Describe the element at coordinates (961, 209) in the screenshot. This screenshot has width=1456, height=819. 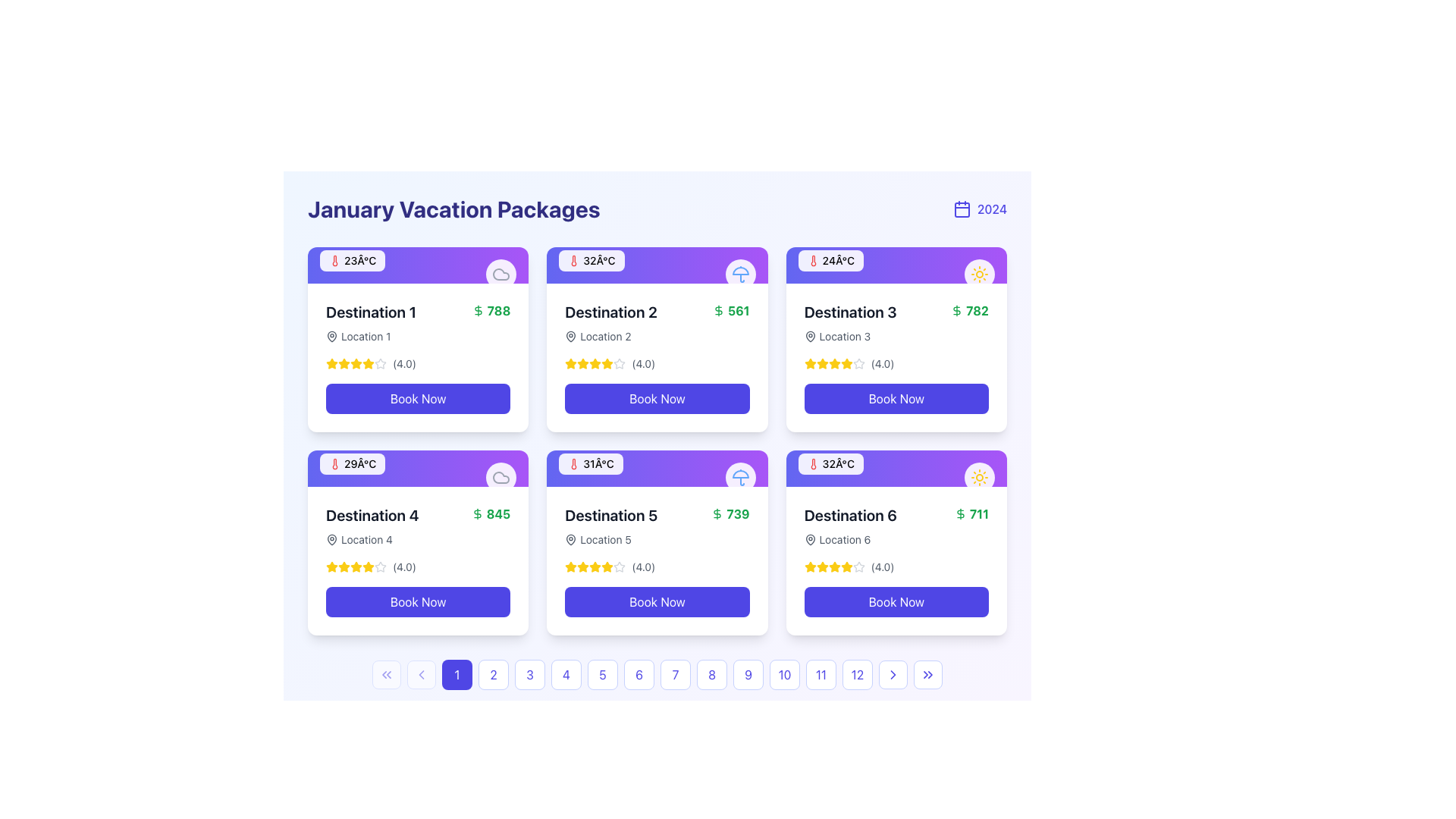
I see `the icon located in the top-right corner of the interface, adjacent to the text '2024'` at that location.